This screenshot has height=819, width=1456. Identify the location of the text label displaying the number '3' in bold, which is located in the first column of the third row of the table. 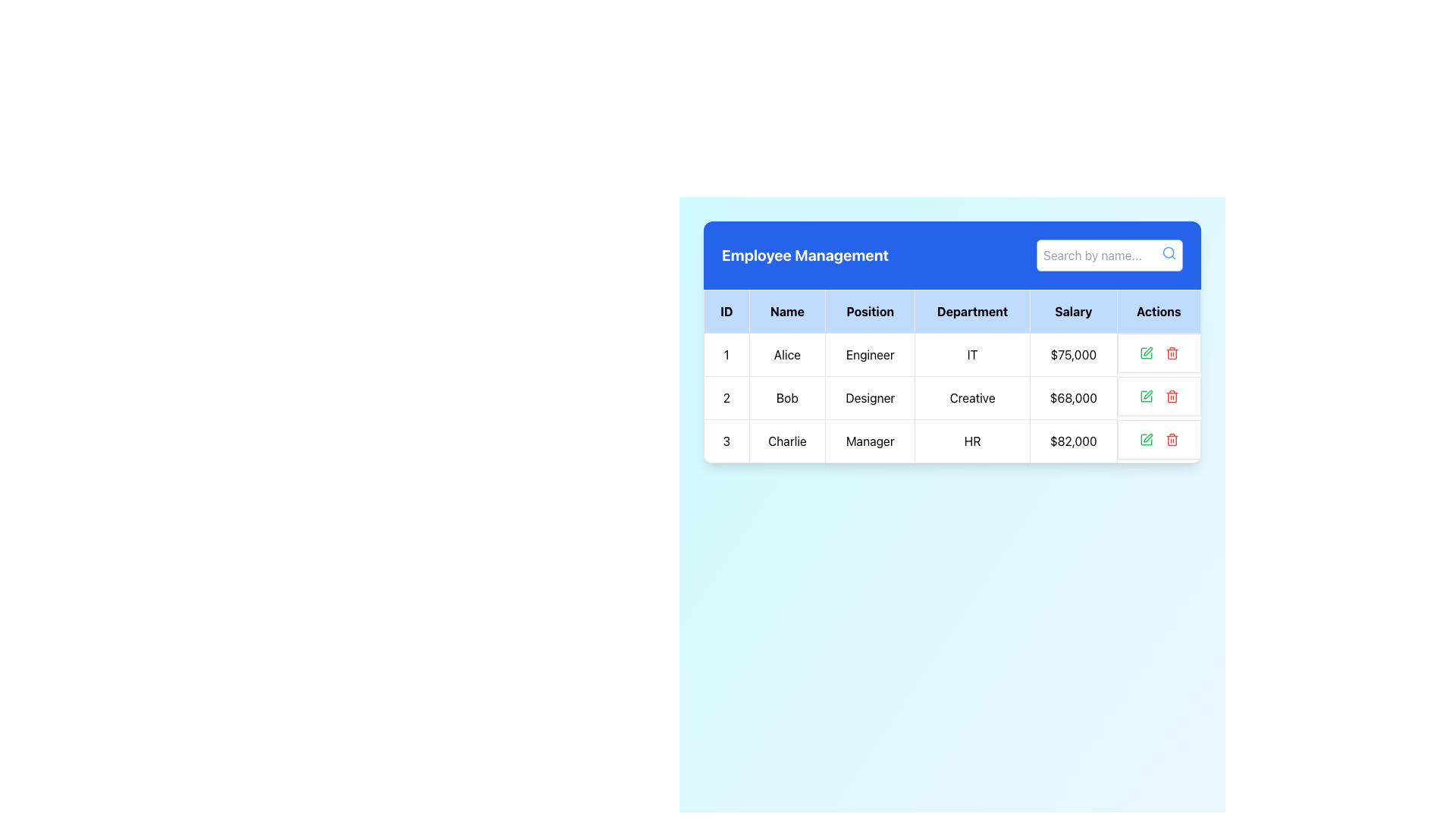
(726, 441).